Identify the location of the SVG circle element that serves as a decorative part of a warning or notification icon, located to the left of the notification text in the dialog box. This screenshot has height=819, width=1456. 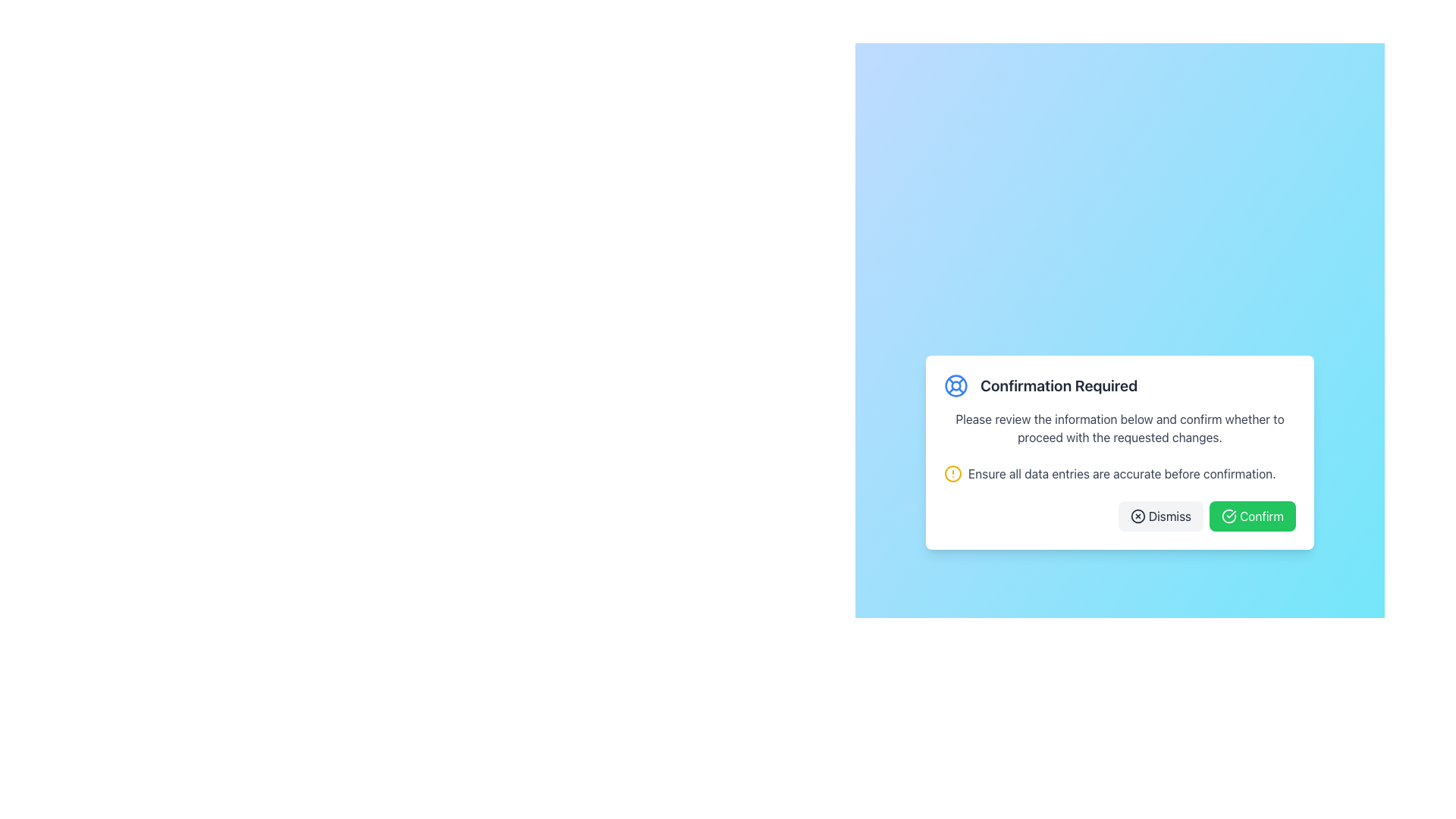
(952, 472).